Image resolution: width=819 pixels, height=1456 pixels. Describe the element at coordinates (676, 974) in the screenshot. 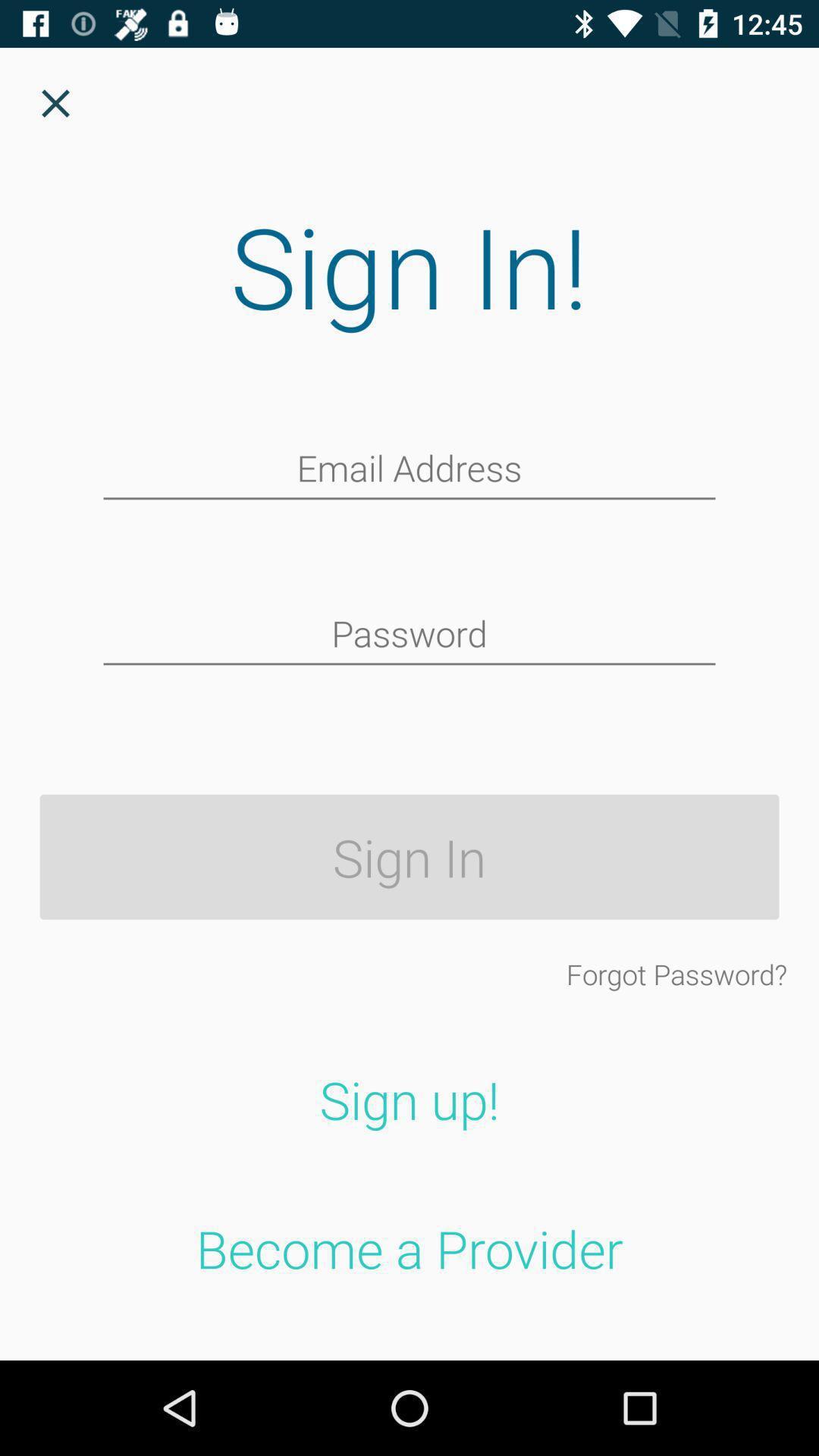

I see `the forgot password?` at that location.